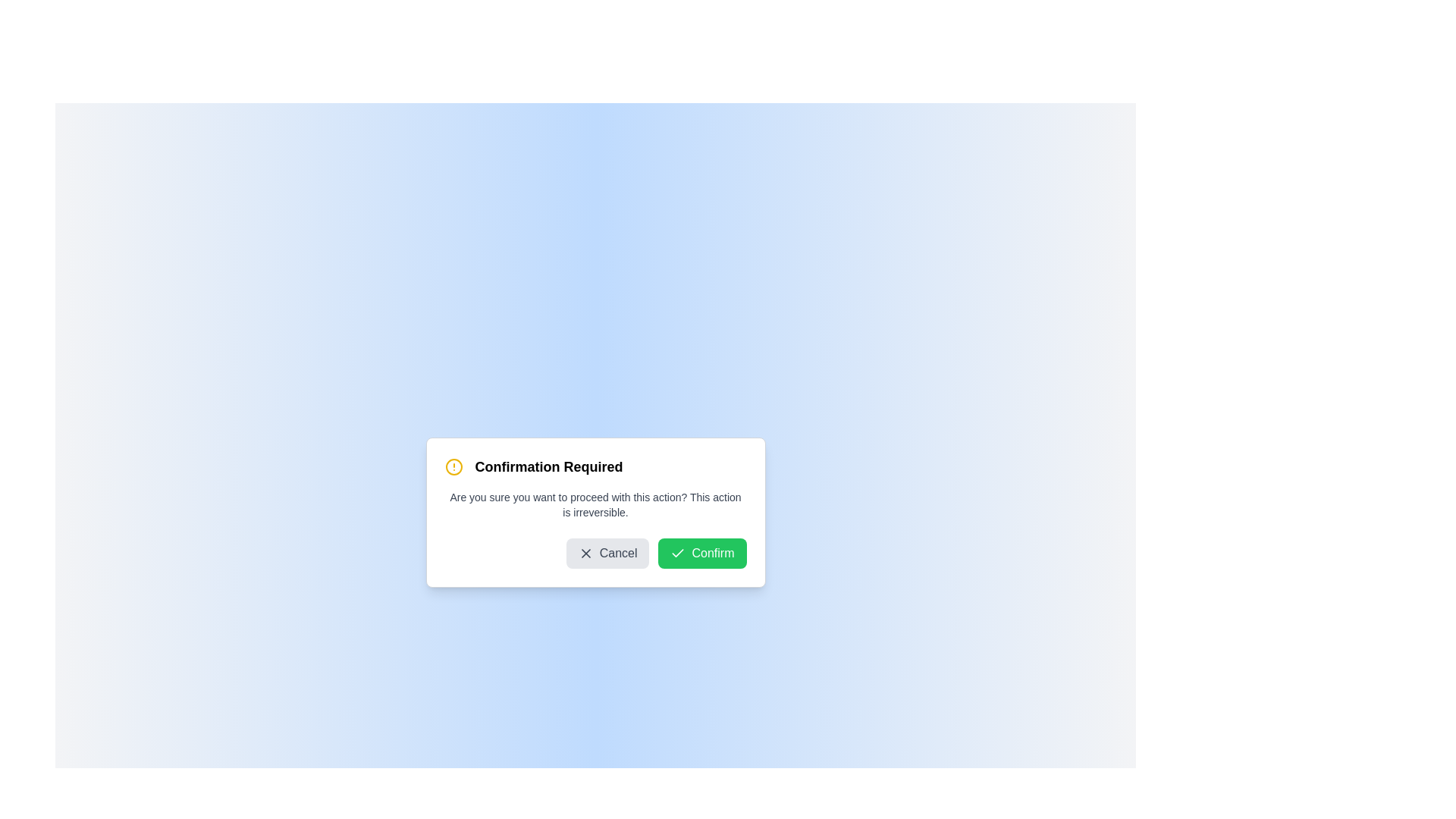  I want to click on the close icon in the top-left corner of the dialog box, so click(585, 553).